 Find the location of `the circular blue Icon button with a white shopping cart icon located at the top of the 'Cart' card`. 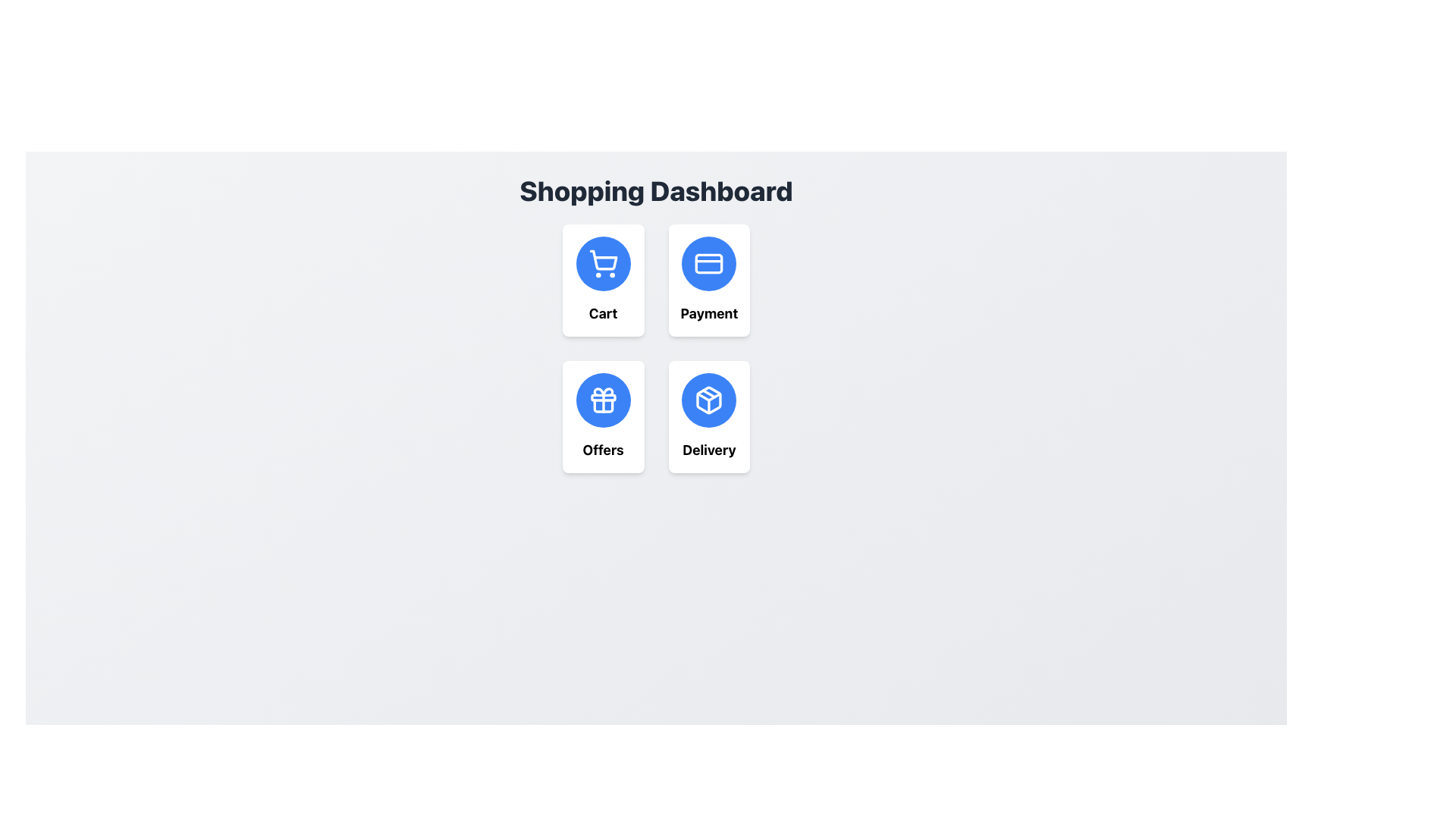

the circular blue Icon button with a white shopping cart icon located at the top of the 'Cart' card is located at coordinates (602, 262).